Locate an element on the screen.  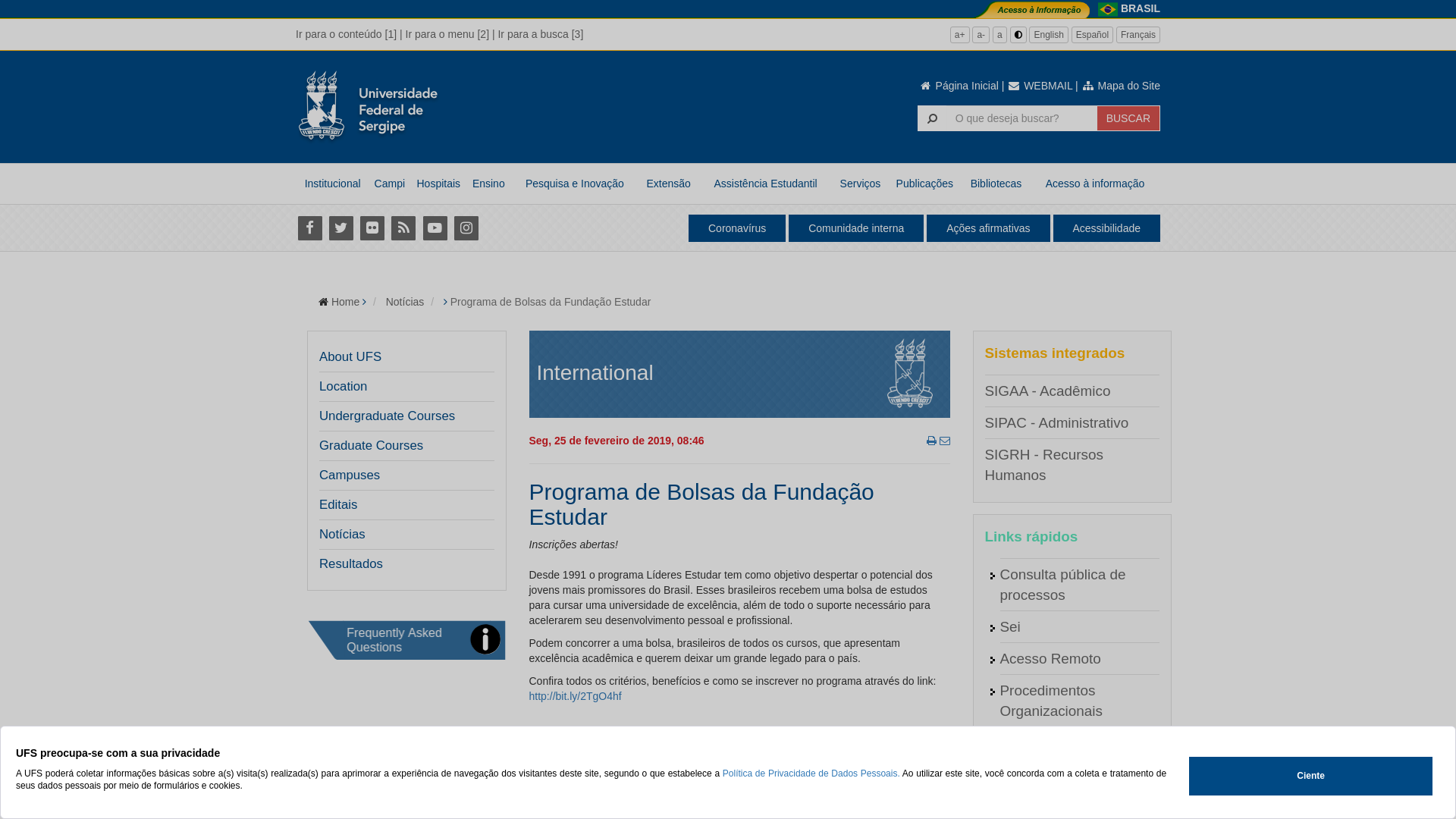
'WEBMAIL' is located at coordinates (1039, 85).